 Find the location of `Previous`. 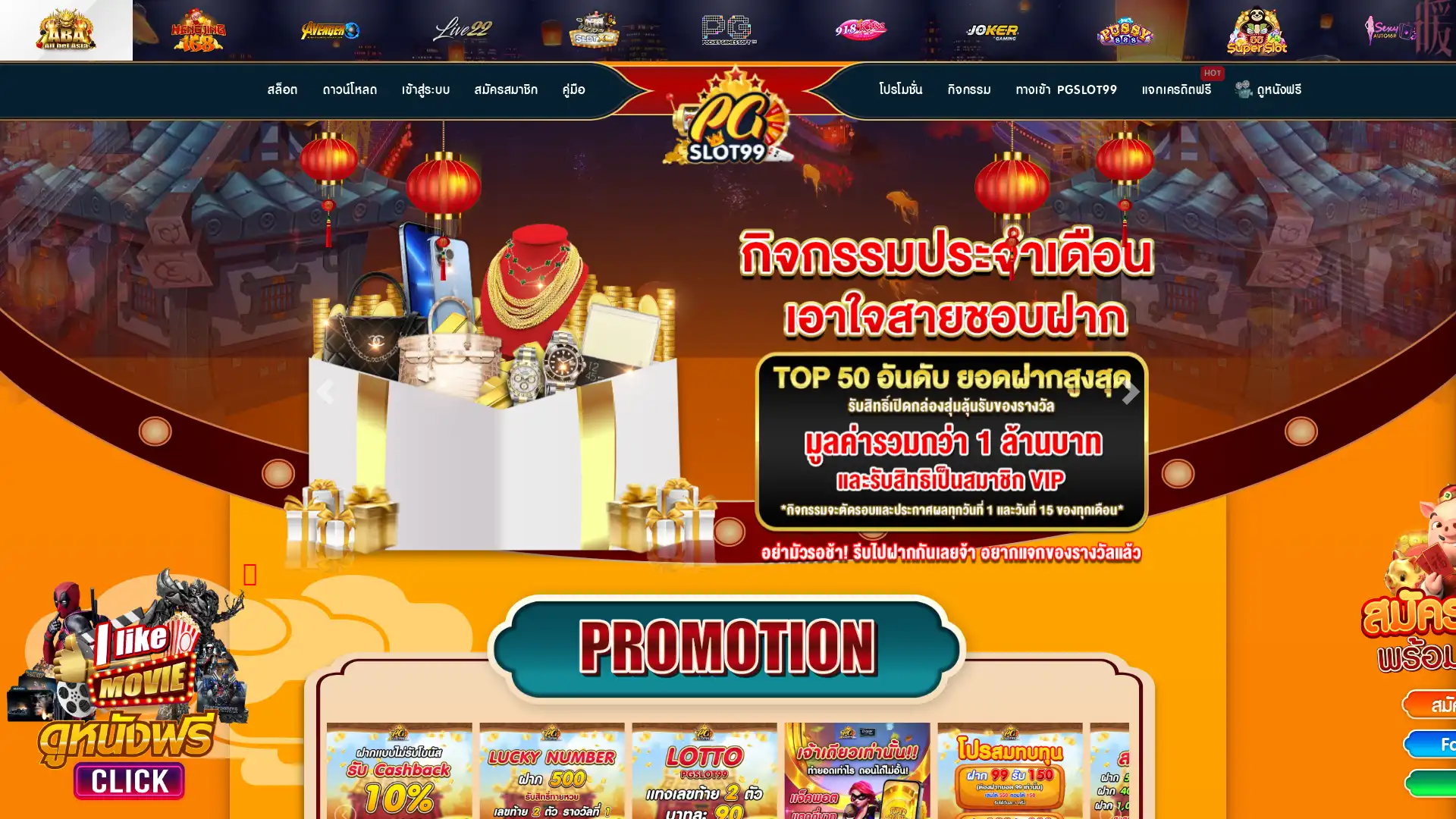

Previous is located at coordinates (324, 388).